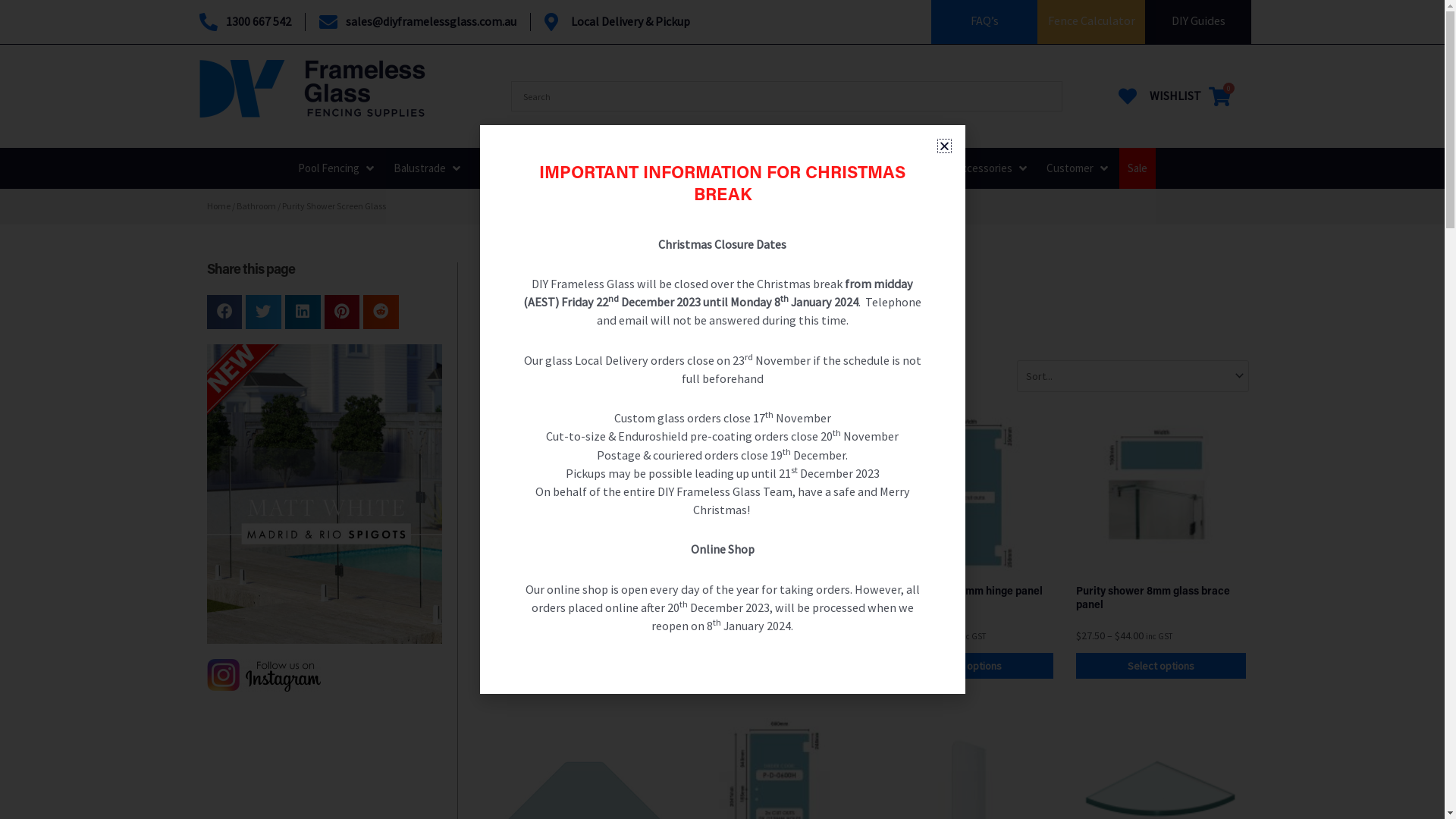 This screenshot has height=819, width=1456. What do you see at coordinates (419, 168) in the screenshot?
I see `'Balustrade'` at bounding box center [419, 168].